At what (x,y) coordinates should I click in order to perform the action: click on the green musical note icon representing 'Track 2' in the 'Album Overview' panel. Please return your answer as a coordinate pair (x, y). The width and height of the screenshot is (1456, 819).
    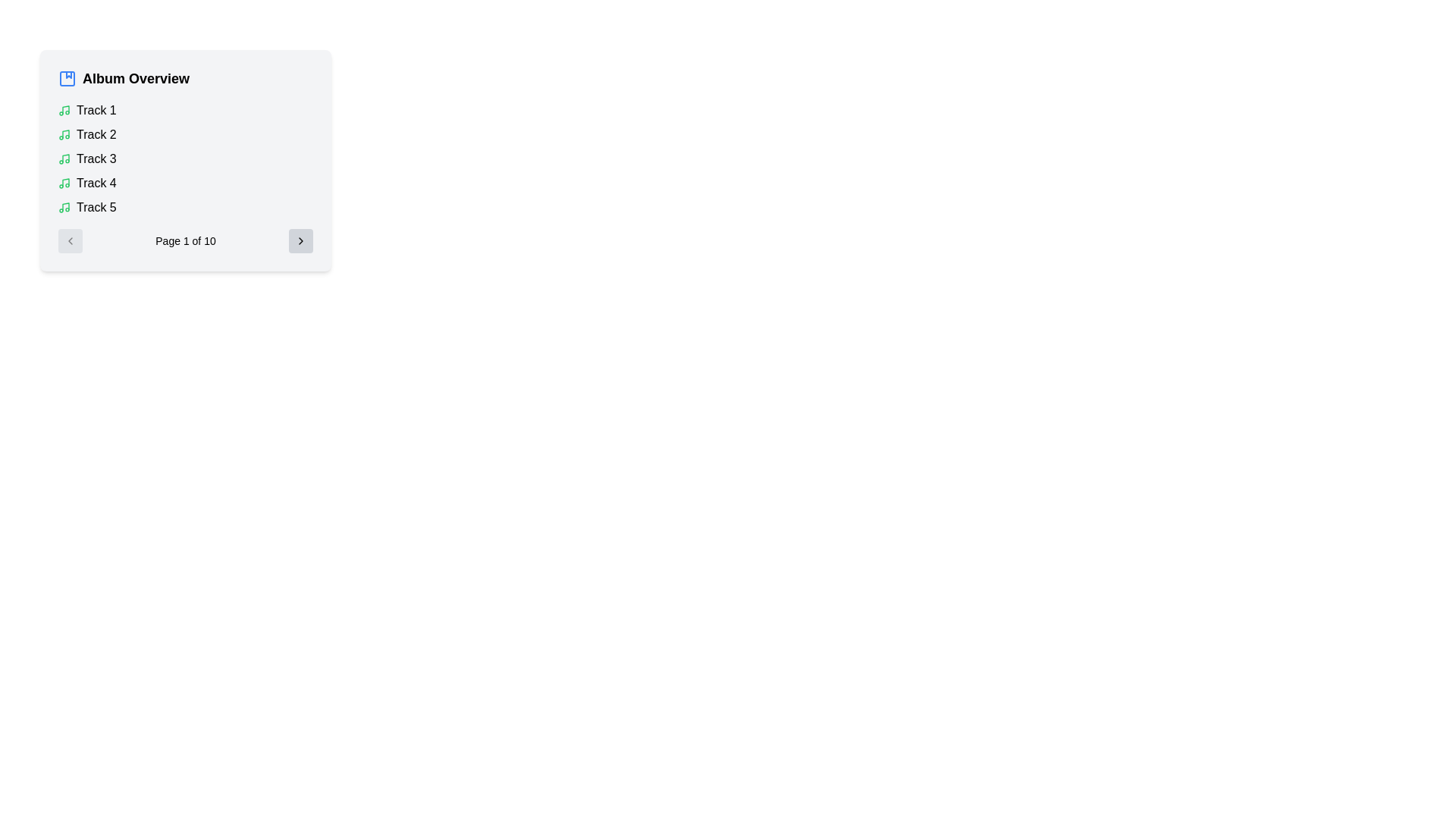
    Looking at the image, I should click on (64, 133).